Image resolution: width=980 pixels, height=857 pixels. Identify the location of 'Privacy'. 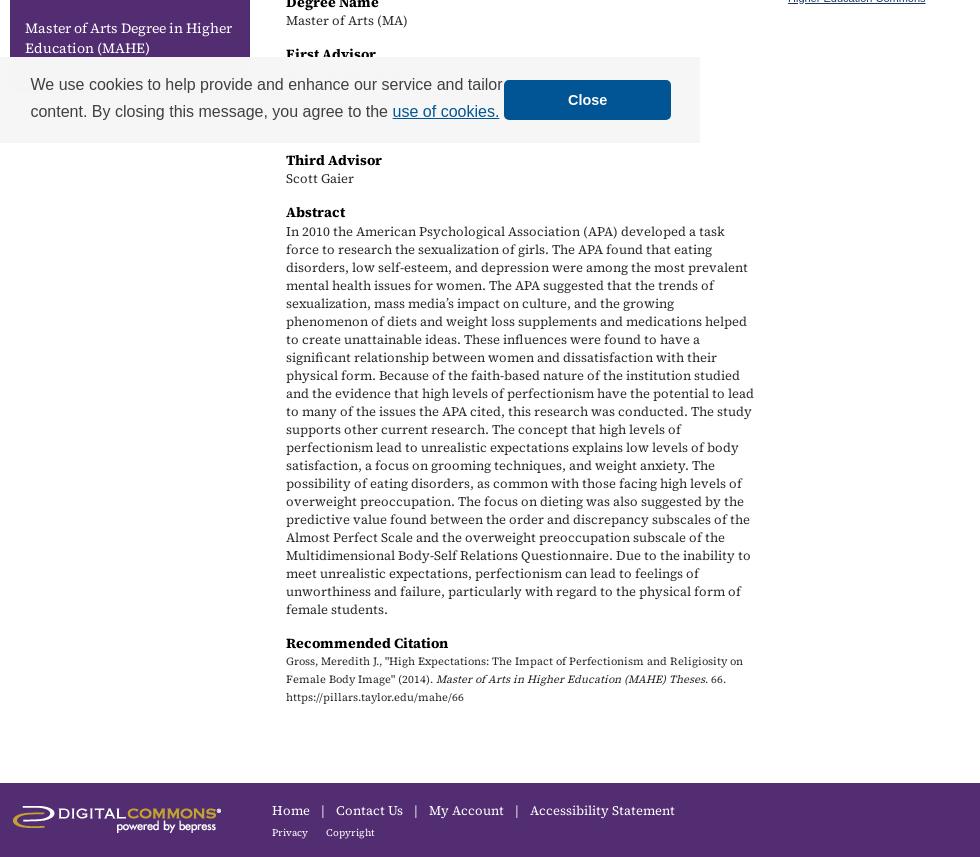
(290, 831).